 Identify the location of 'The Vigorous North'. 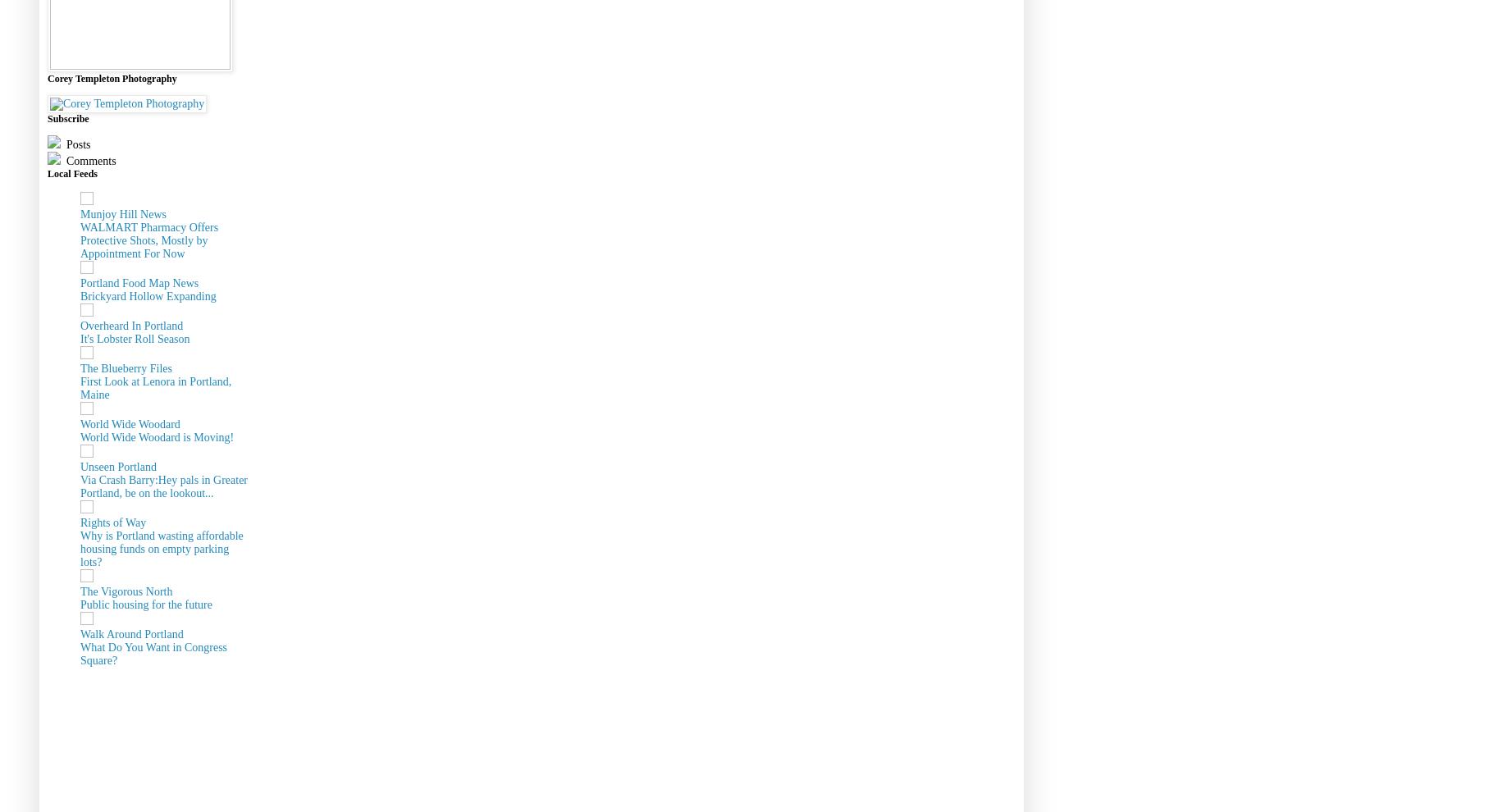
(80, 590).